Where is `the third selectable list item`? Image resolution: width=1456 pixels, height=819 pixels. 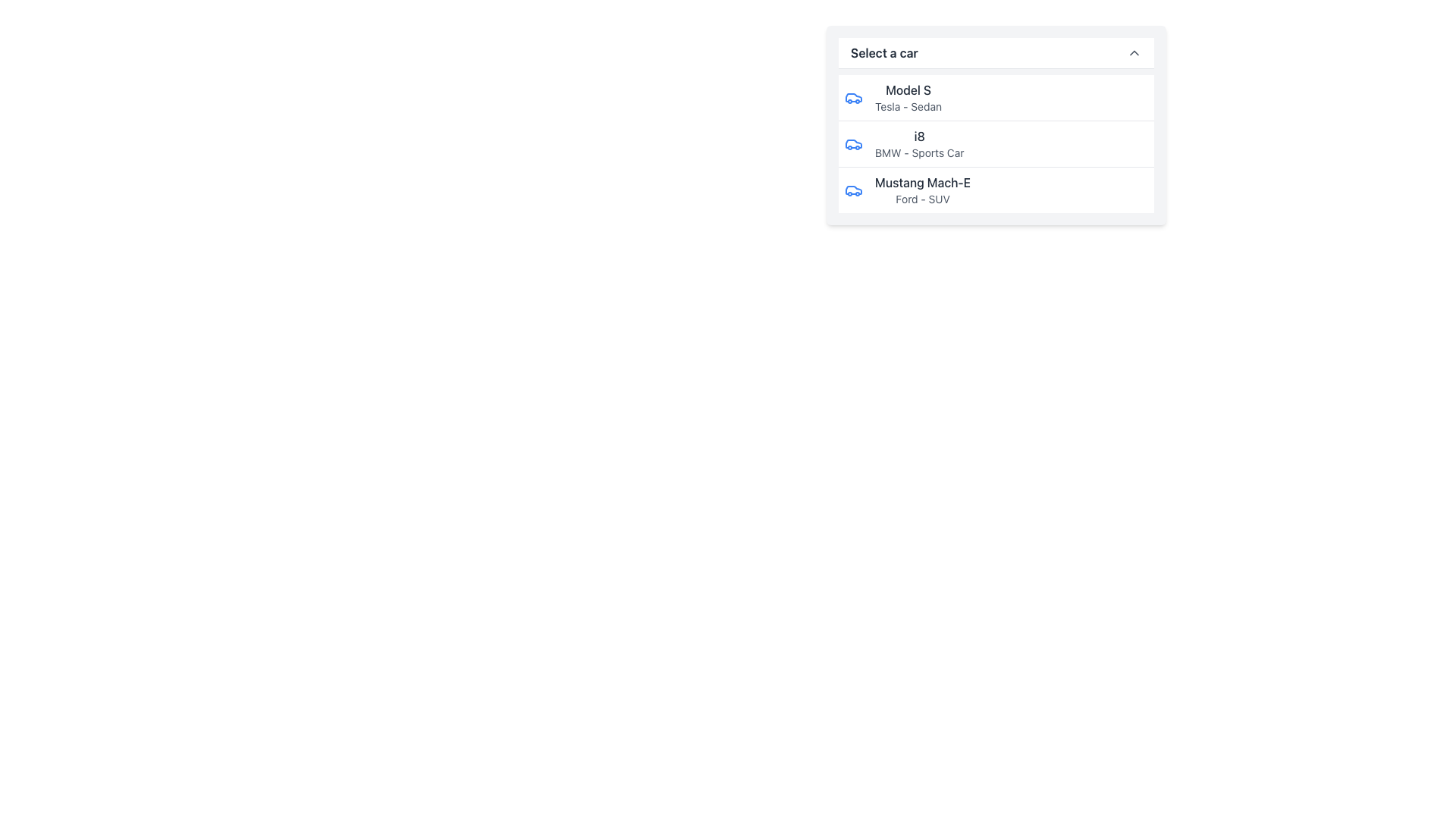 the third selectable list item is located at coordinates (996, 189).